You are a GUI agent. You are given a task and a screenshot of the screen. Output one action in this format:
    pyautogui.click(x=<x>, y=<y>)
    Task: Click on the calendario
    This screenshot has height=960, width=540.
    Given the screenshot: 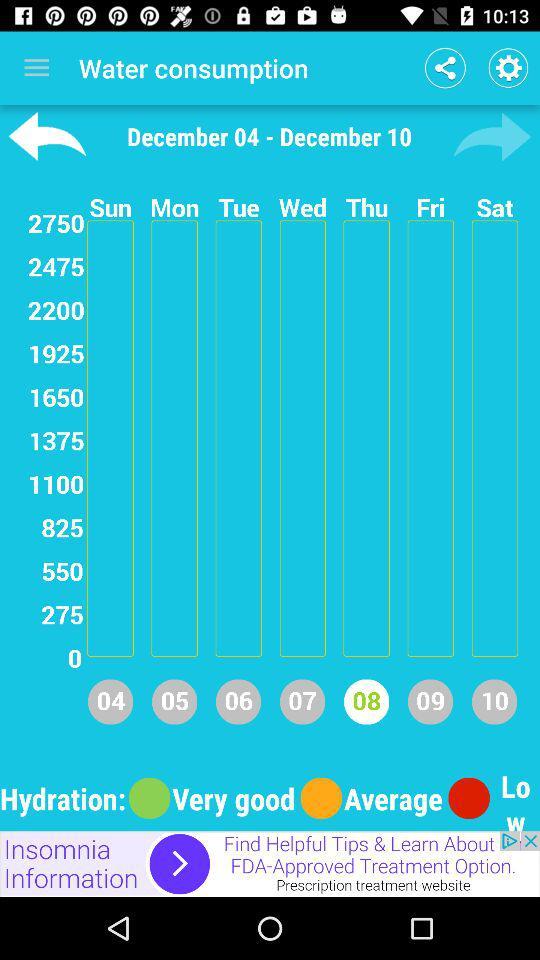 What is the action you would take?
    pyautogui.click(x=491, y=135)
    